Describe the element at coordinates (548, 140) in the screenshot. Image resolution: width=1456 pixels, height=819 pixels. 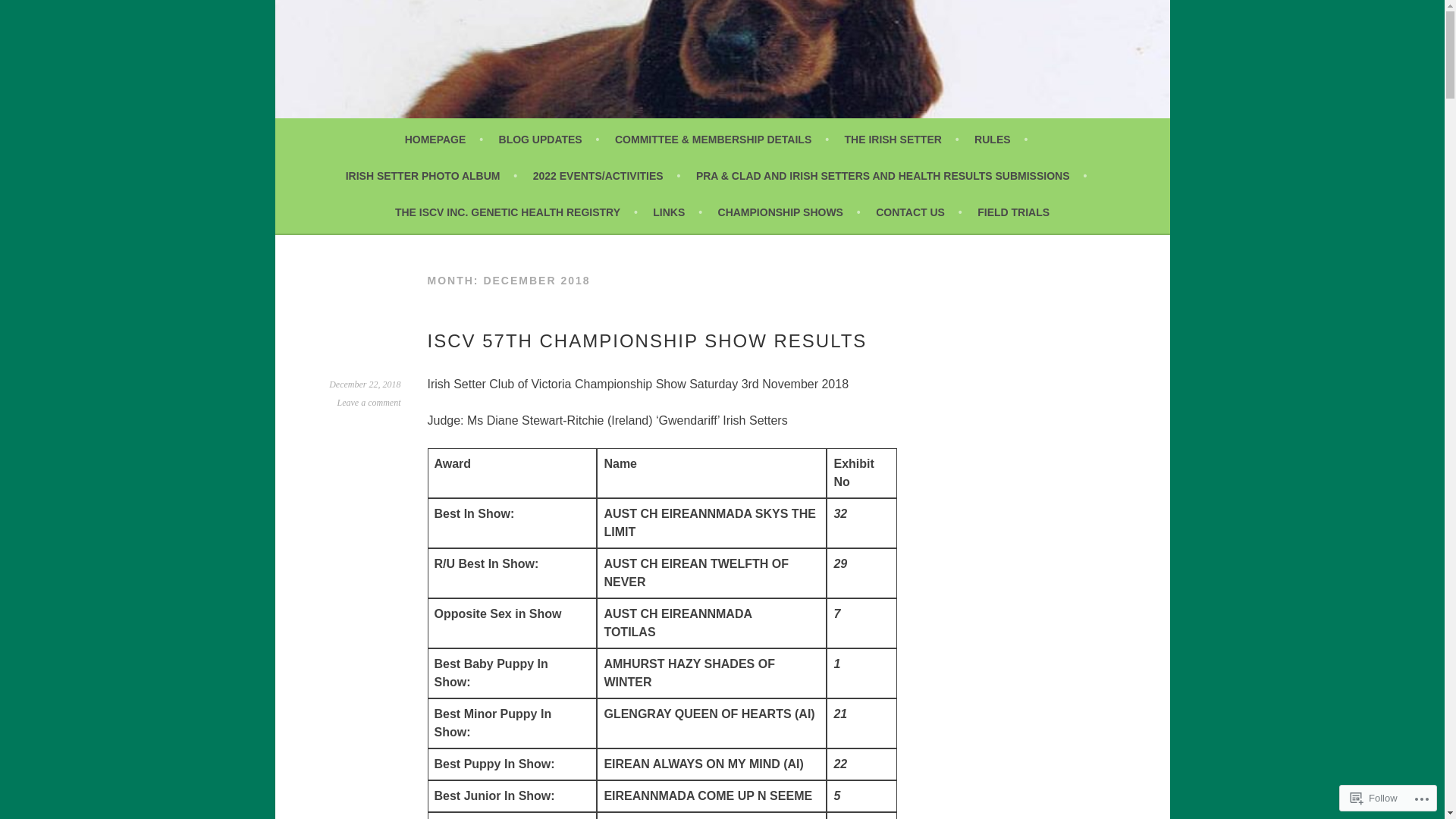
I see `'BLOG UPDATES'` at that location.